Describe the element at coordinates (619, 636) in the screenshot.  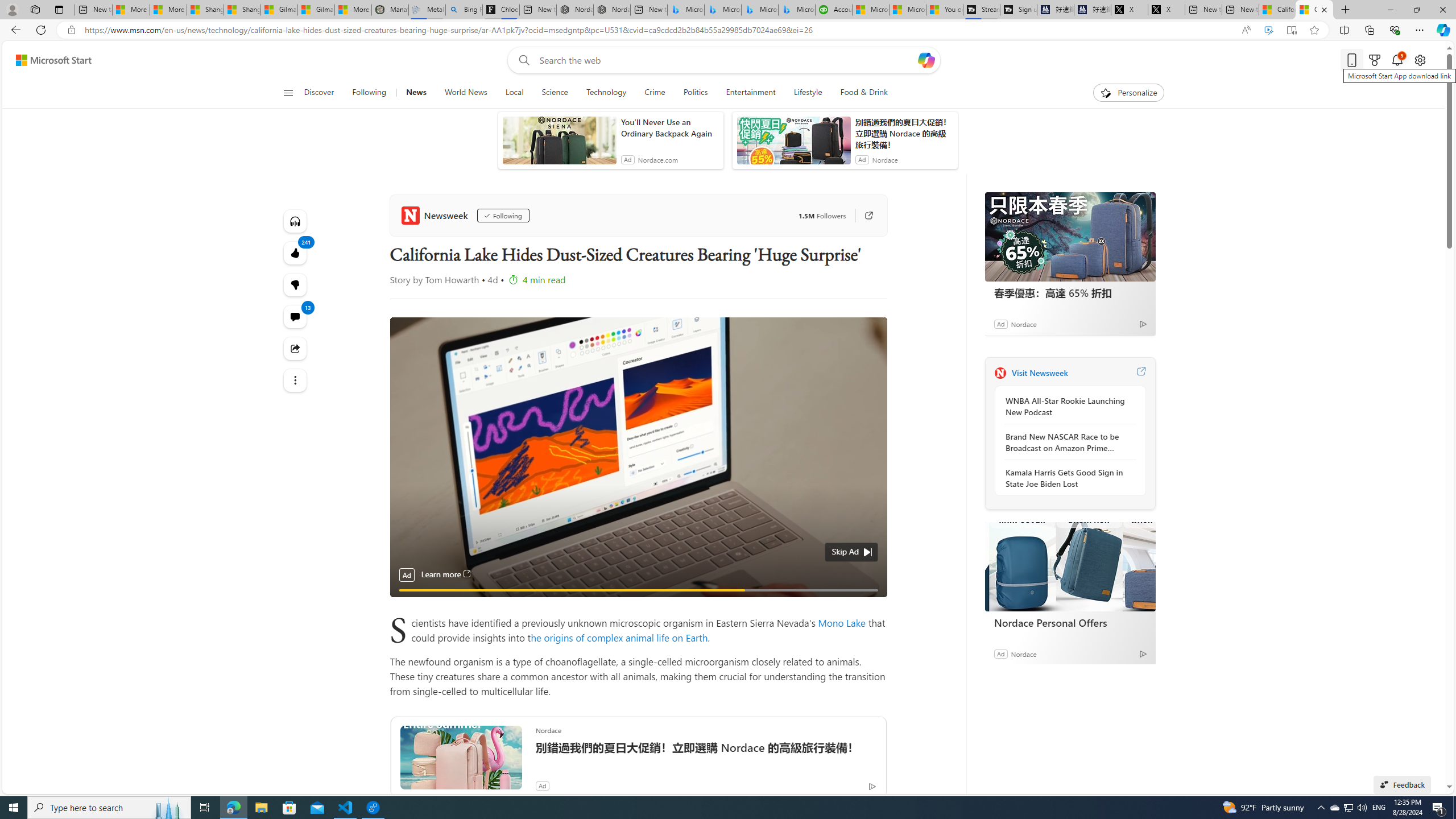
I see `'he origins of complex animal life on Earth'` at that location.